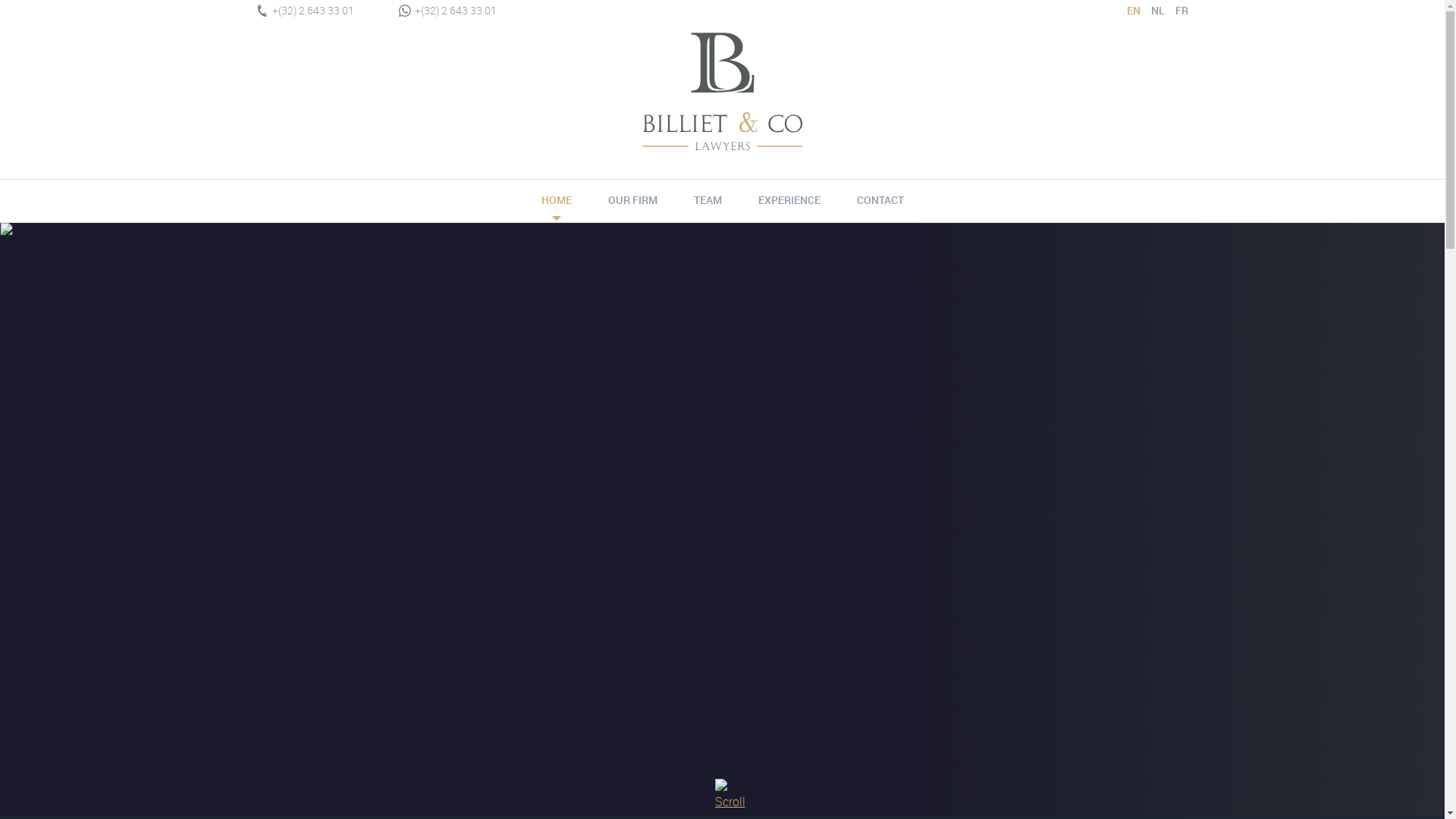  I want to click on 'NL', so click(1153, 10).